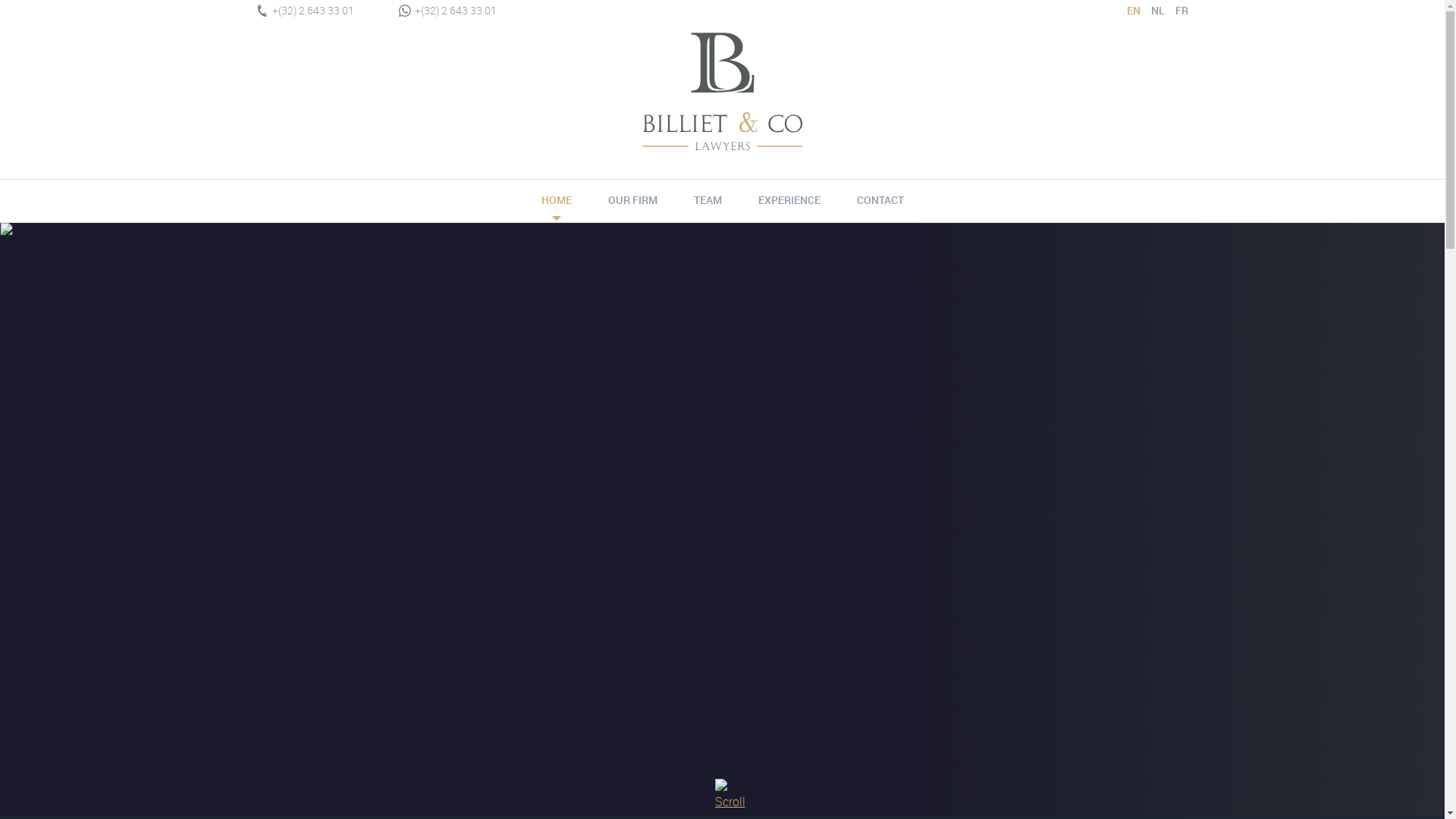  I want to click on 'NL', so click(1153, 10).